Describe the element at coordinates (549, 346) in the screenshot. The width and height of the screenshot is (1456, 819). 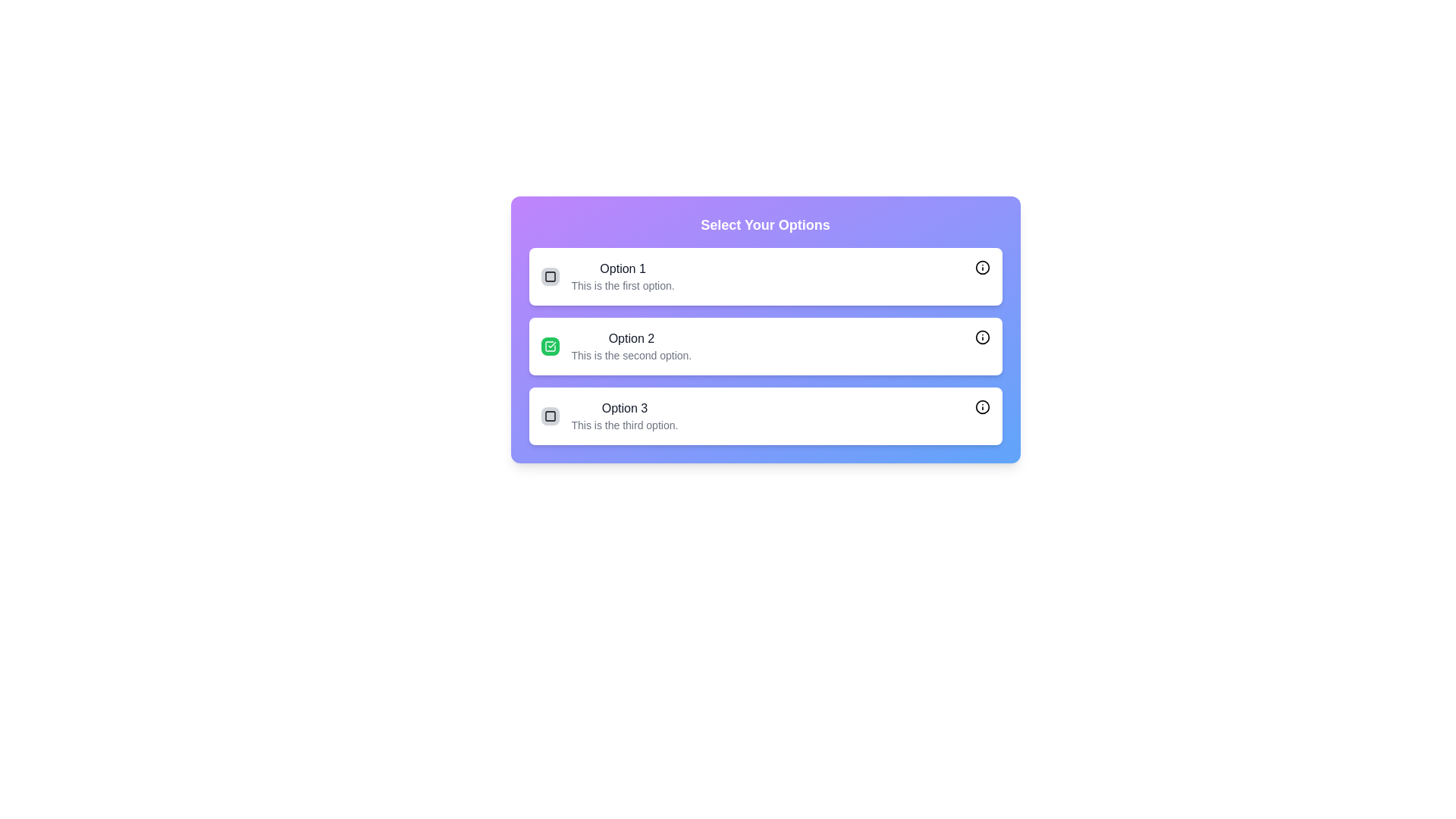
I see `the checkbox or status indicator icon located to the left of 'Option 2 This is the second option.'` at that location.